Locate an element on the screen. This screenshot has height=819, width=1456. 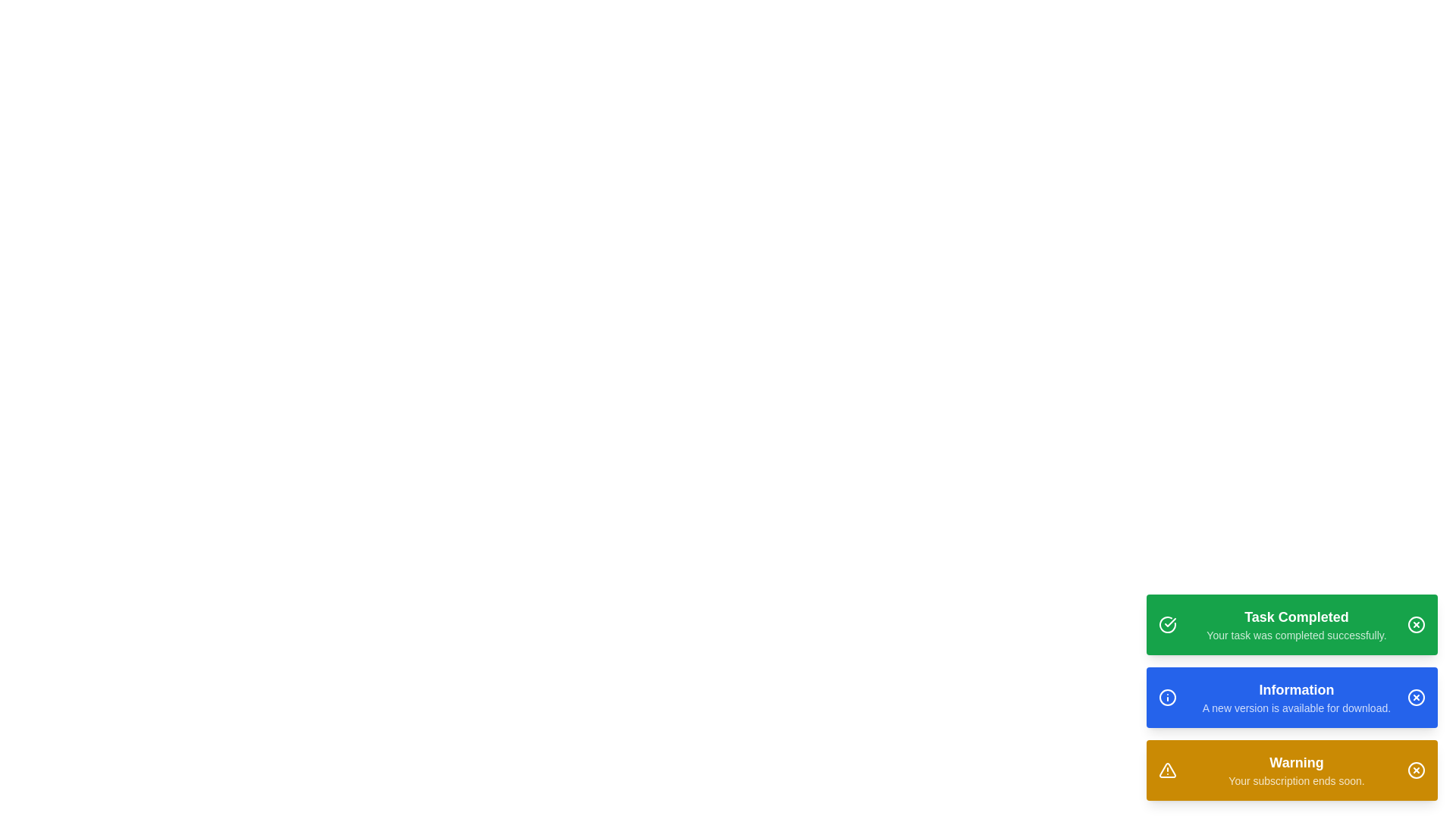
the text label that indicates the completion of a task, positioned at the top of a notification card is located at coordinates (1295, 617).